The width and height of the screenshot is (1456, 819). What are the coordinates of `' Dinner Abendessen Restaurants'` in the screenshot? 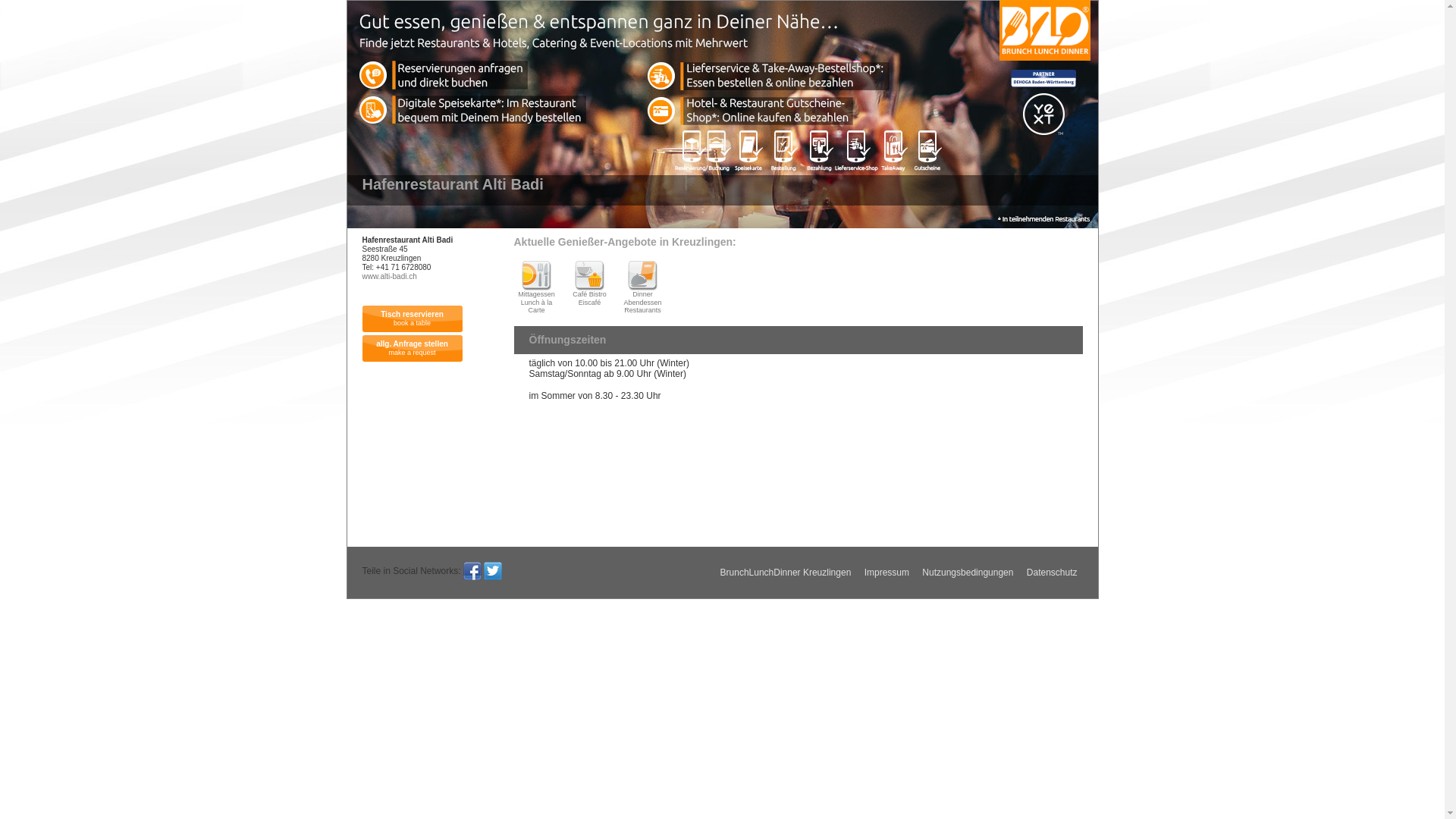 It's located at (620, 287).